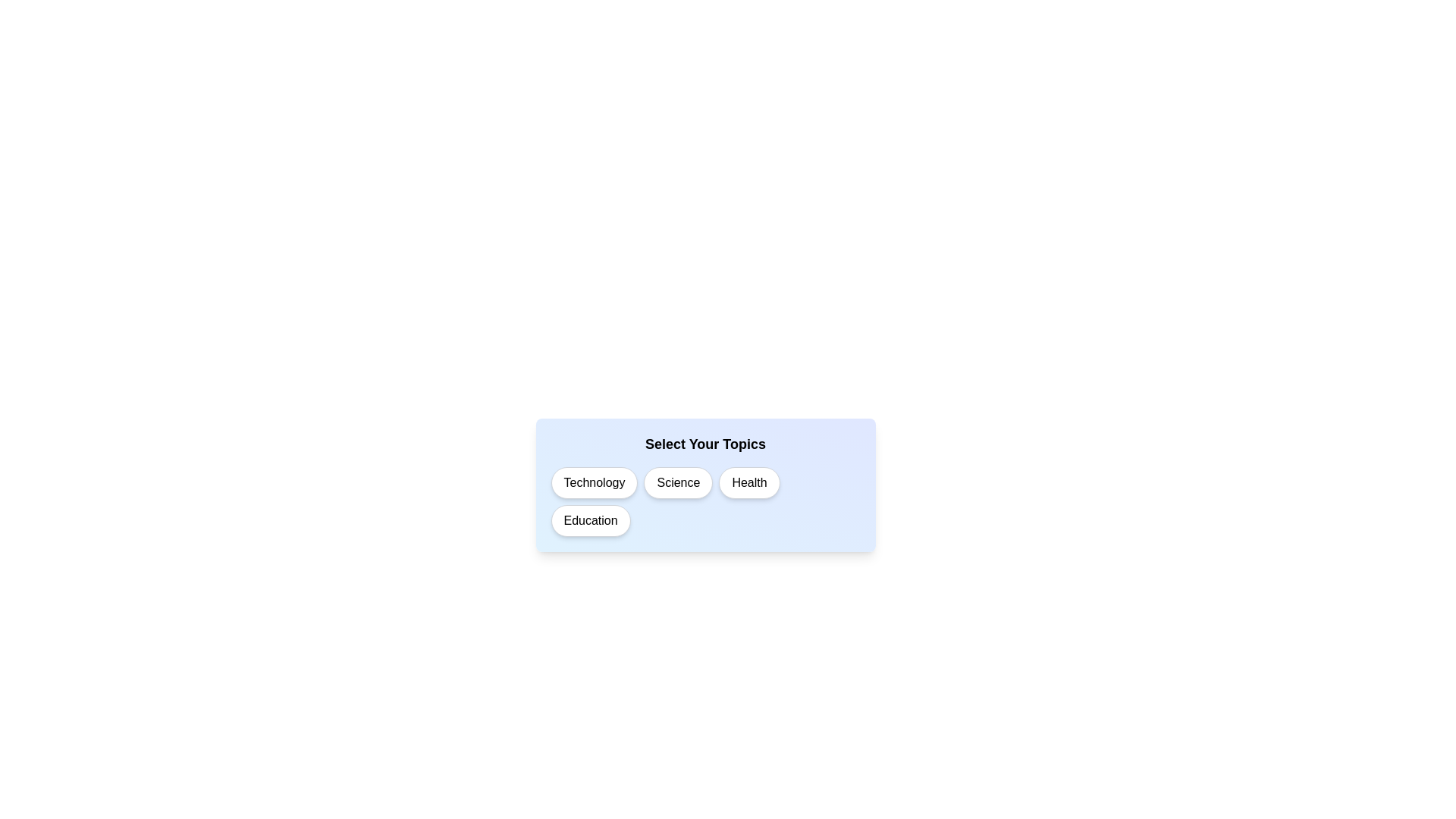 The width and height of the screenshot is (1456, 819). Describe the element at coordinates (677, 482) in the screenshot. I see `the topic Science to observe its visual feedback` at that location.